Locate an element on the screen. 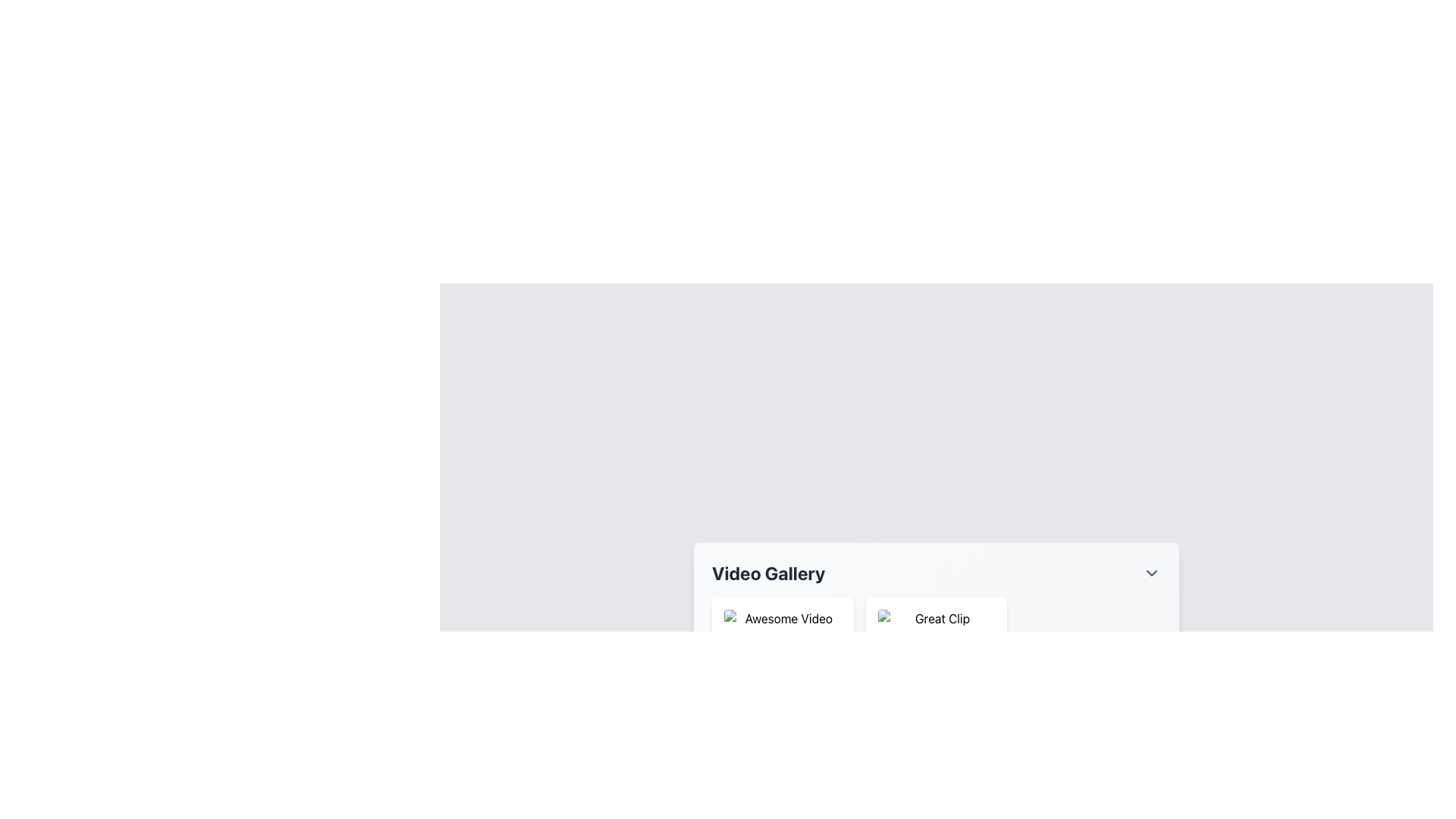 This screenshot has height=819, width=1456. the video thumbnail for 'Great Clip', located in the video gallery section, positioned above the title and channel information is located at coordinates (934, 657).